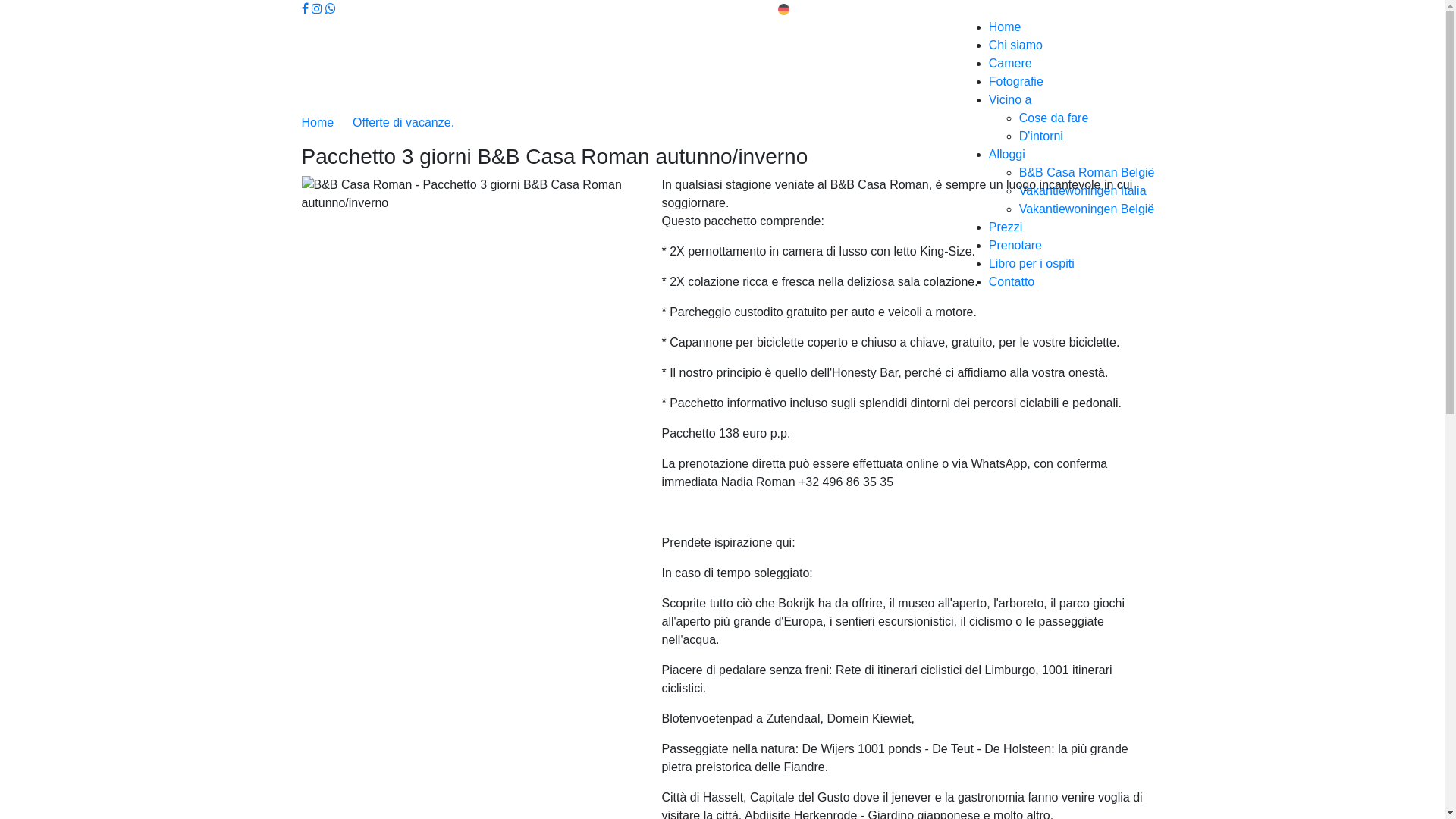 This screenshot has height=819, width=1456. Describe the element at coordinates (1031, 262) in the screenshot. I see `'Libro per i ospiti'` at that location.